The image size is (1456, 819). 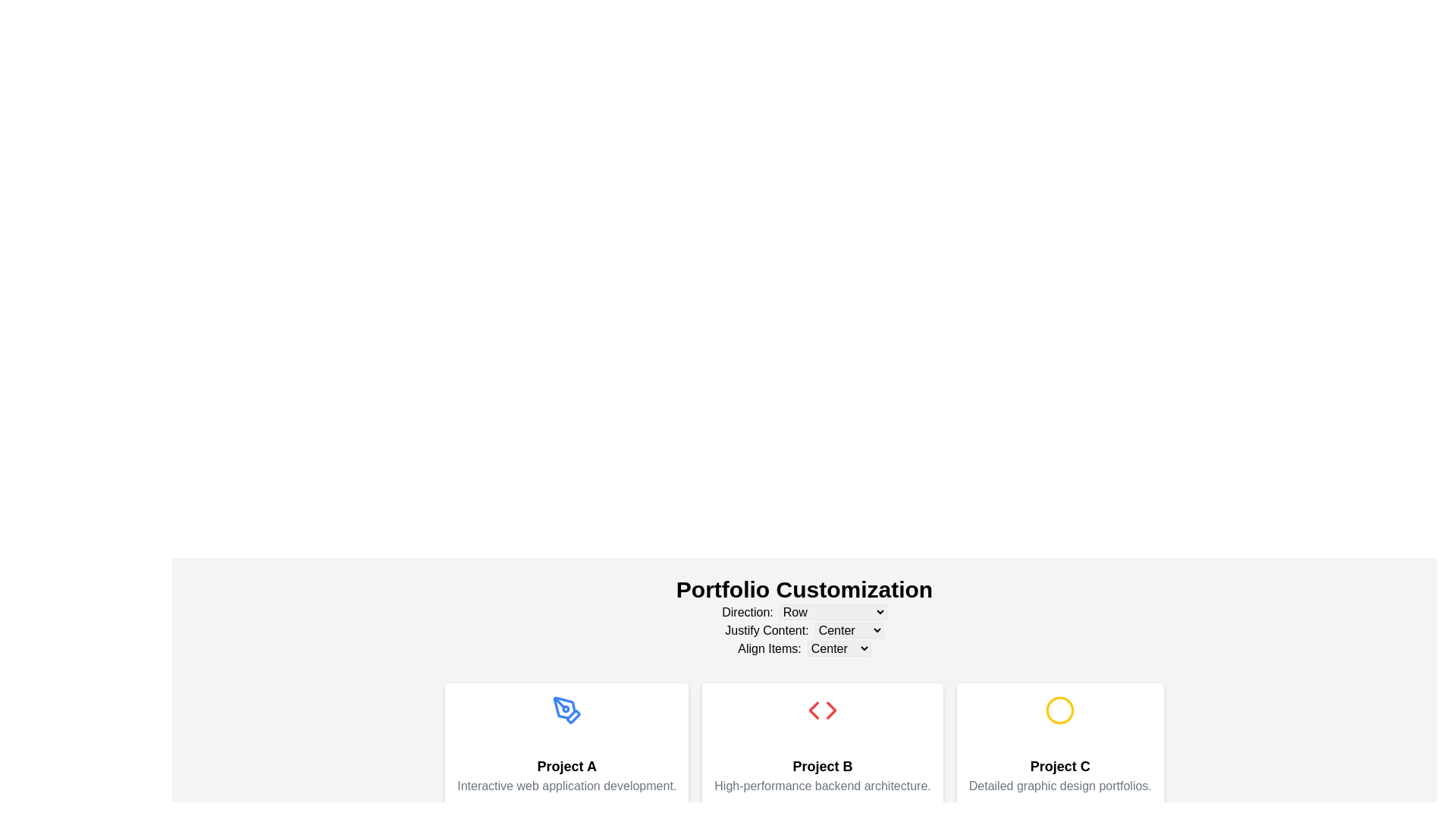 What do you see at coordinates (803, 631) in the screenshot?
I see `an option from the dropdown menu labeled 'Justify Content:' which displays options like 'Flex Start,' 'Center,' or 'Flex End.'` at bounding box center [803, 631].